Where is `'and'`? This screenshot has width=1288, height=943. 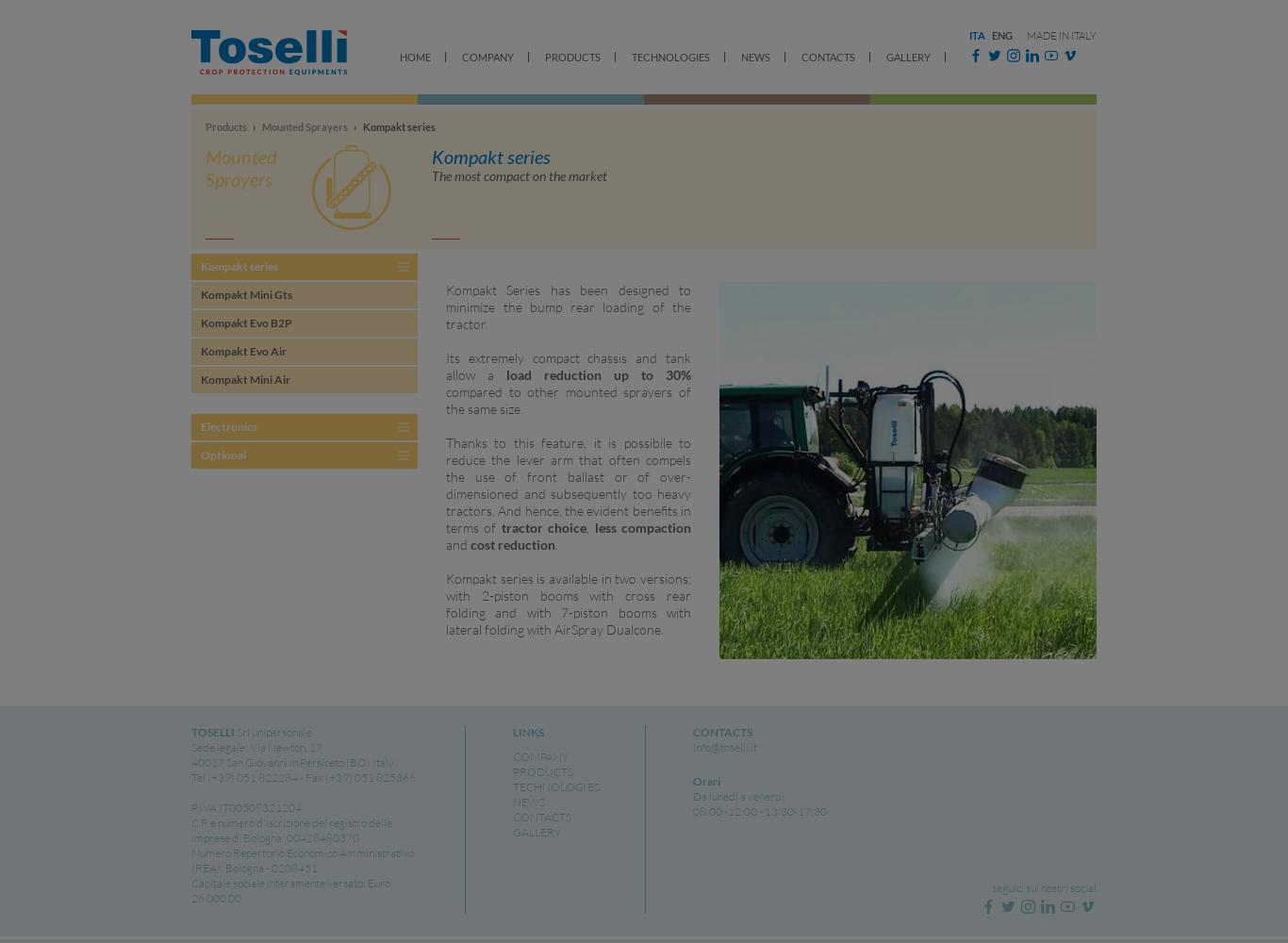
'and' is located at coordinates (446, 543).